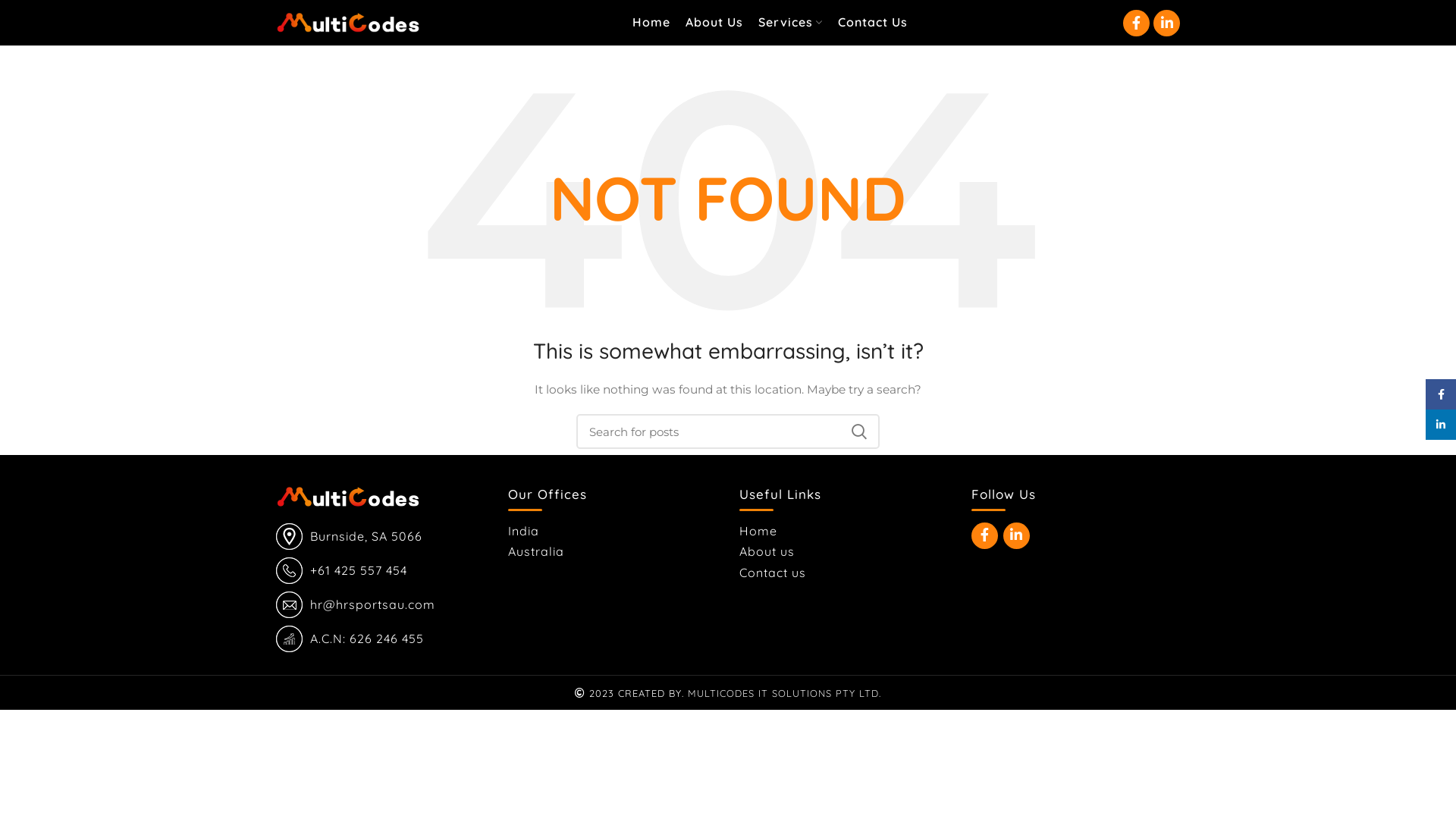  What do you see at coordinates (289, 604) in the screenshot?
I see `'mail-new'` at bounding box center [289, 604].